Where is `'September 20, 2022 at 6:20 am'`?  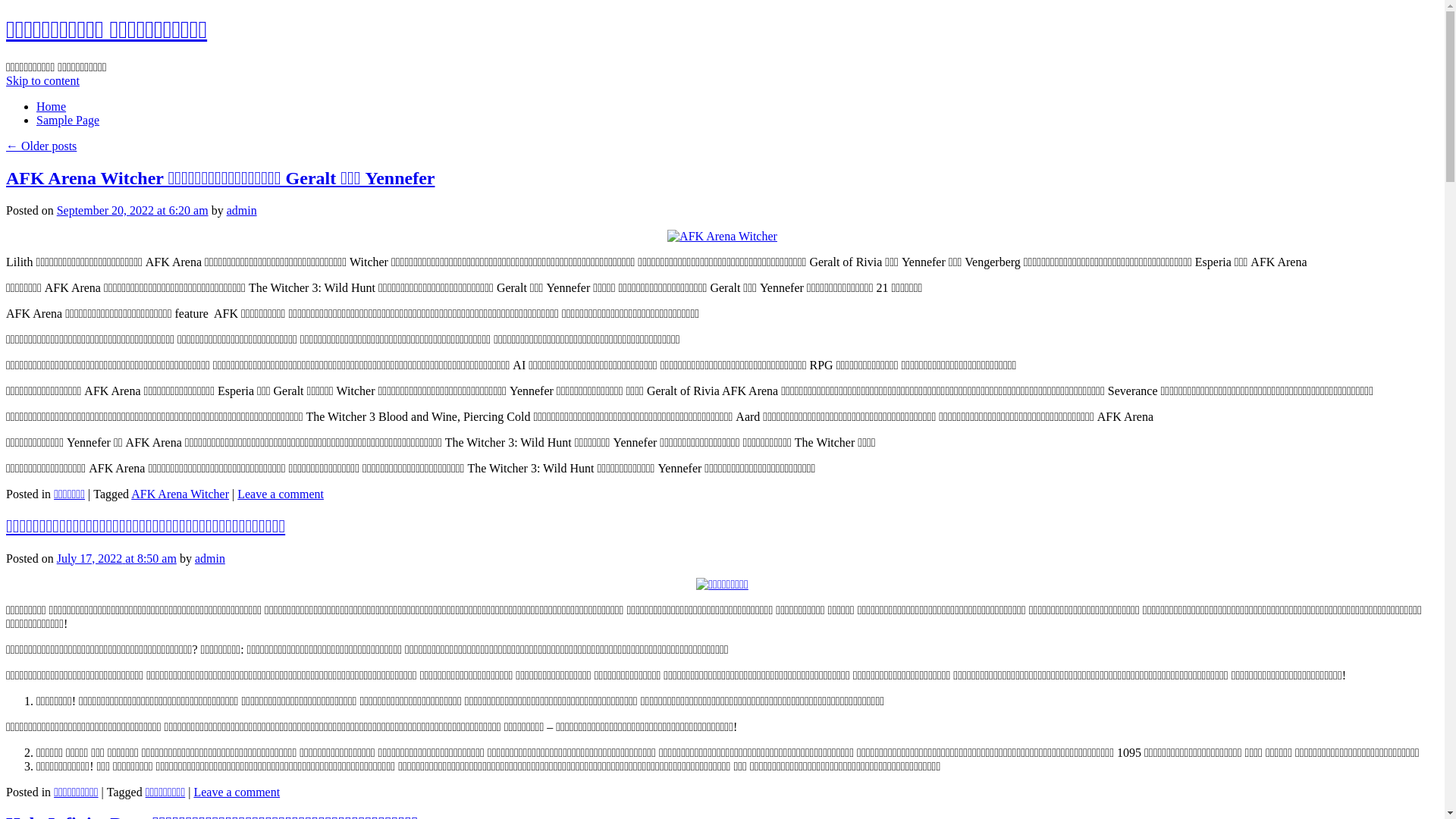 'September 20, 2022 at 6:20 am' is located at coordinates (132, 210).